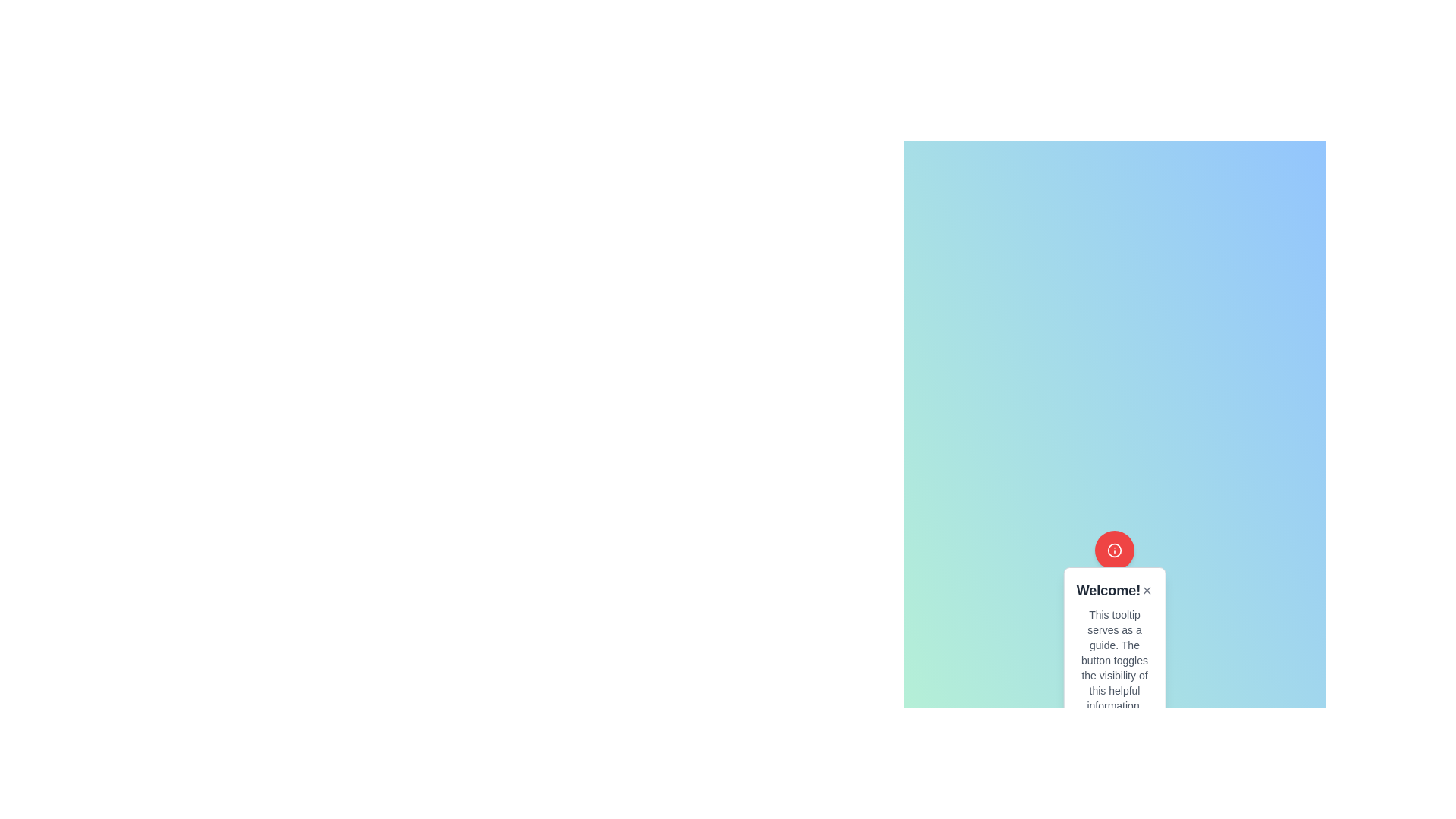 This screenshot has width=1456, height=819. What do you see at coordinates (1114, 660) in the screenshot?
I see `the instructional text block with small gray font located within the tooltip dialog, directly below the heading 'Welcome!'` at bounding box center [1114, 660].